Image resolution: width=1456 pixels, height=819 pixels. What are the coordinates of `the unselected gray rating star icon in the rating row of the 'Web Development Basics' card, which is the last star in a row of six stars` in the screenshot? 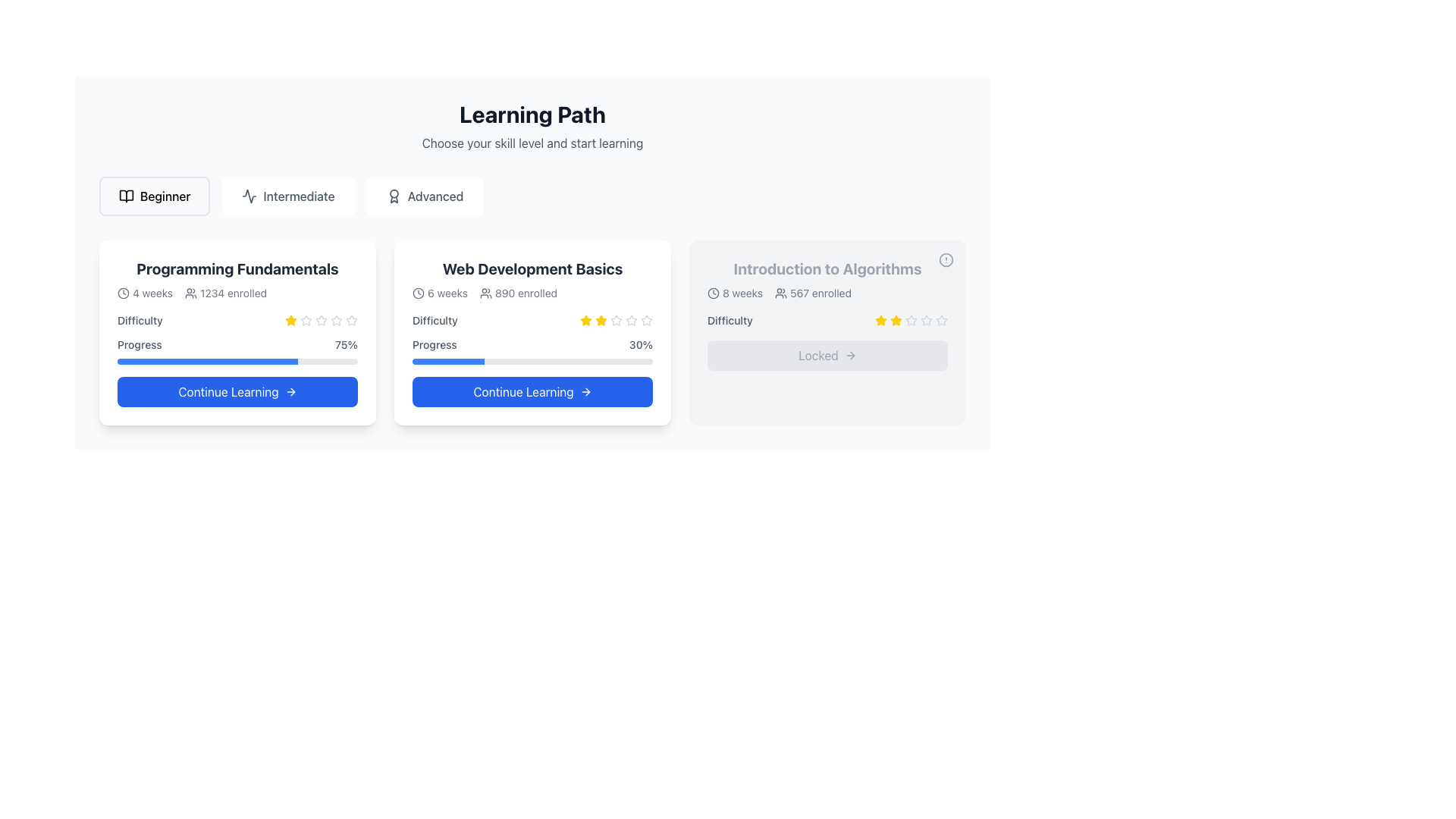 It's located at (632, 320).